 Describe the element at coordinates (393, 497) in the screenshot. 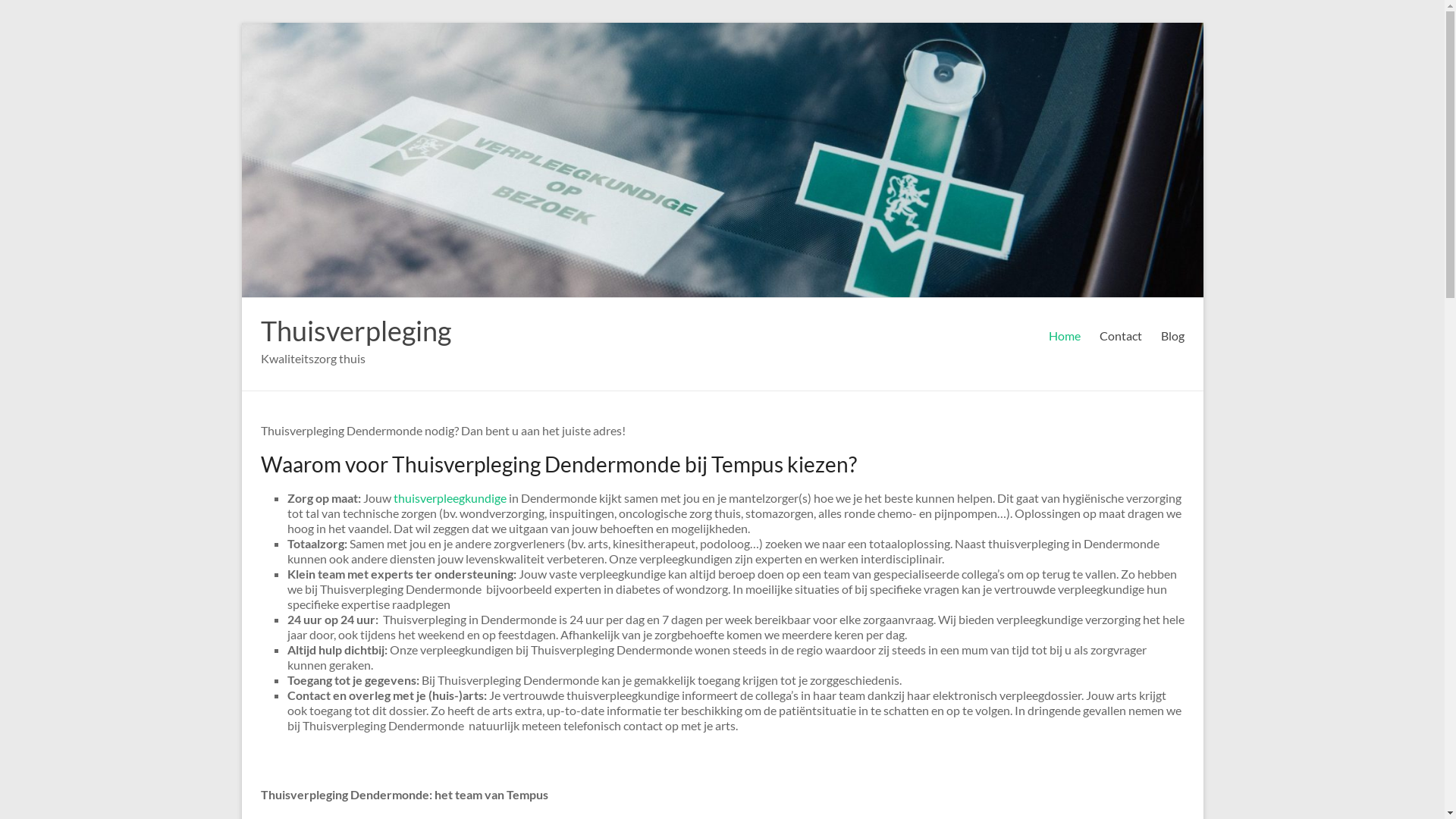

I see `'thuisverpleegkundige'` at that location.